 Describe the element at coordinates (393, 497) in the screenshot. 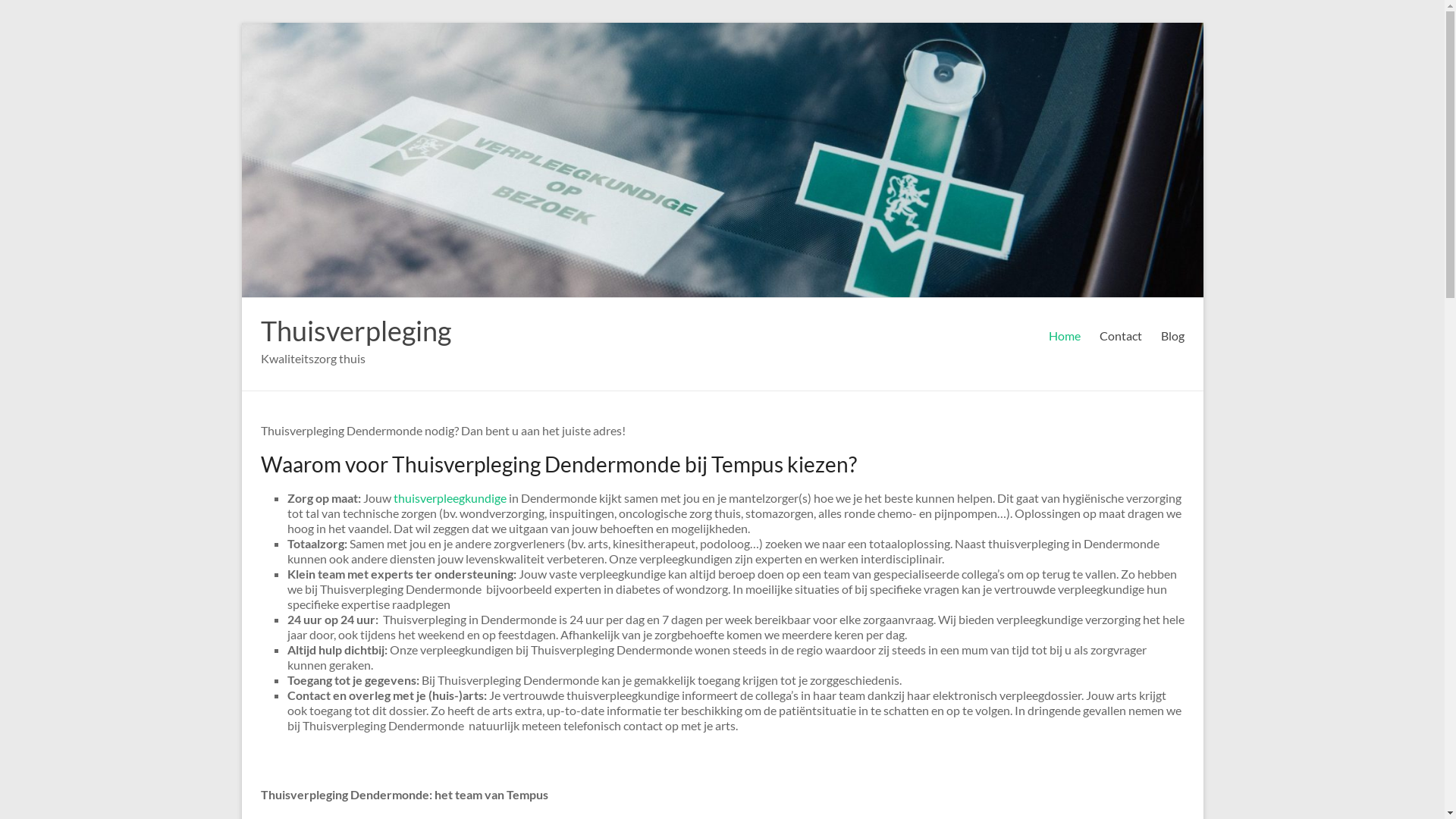

I see `'thuisverpleegkundige'` at that location.